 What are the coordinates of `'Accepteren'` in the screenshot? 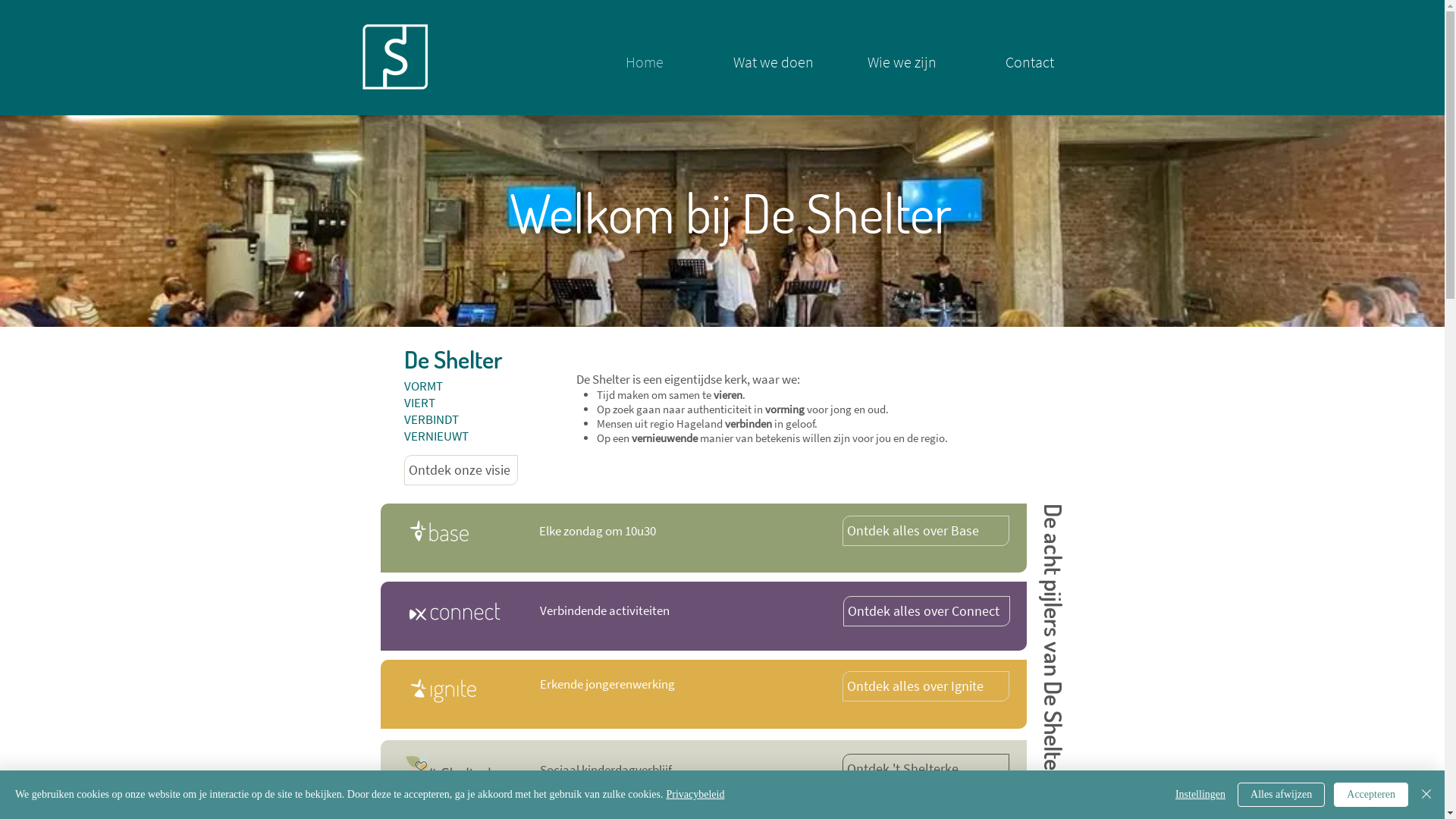 It's located at (1371, 794).